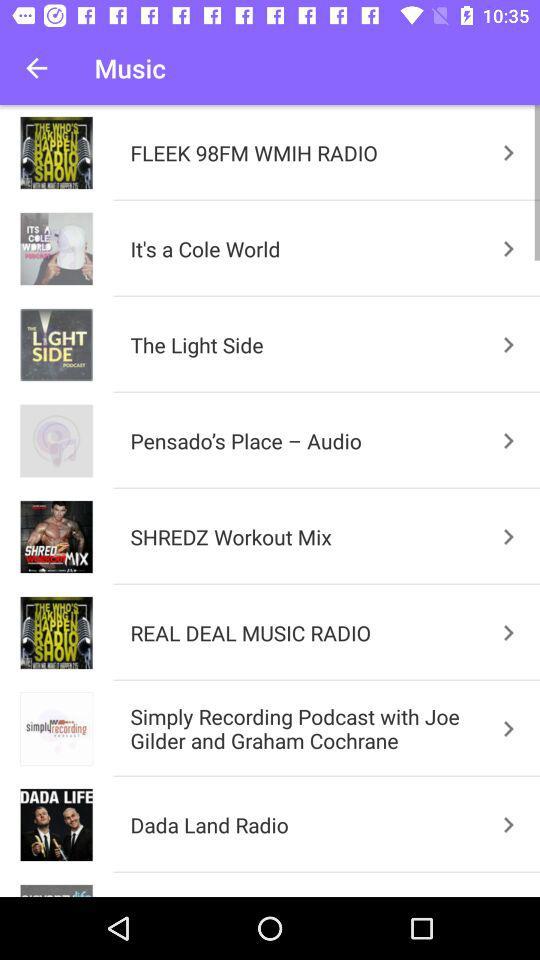 This screenshot has height=960, width=540. Describe the element at coordinates (56, 728) in the screenshot. I see `the image which is left to text simply recording podcast with joe glider and graham cochrane` at that location.